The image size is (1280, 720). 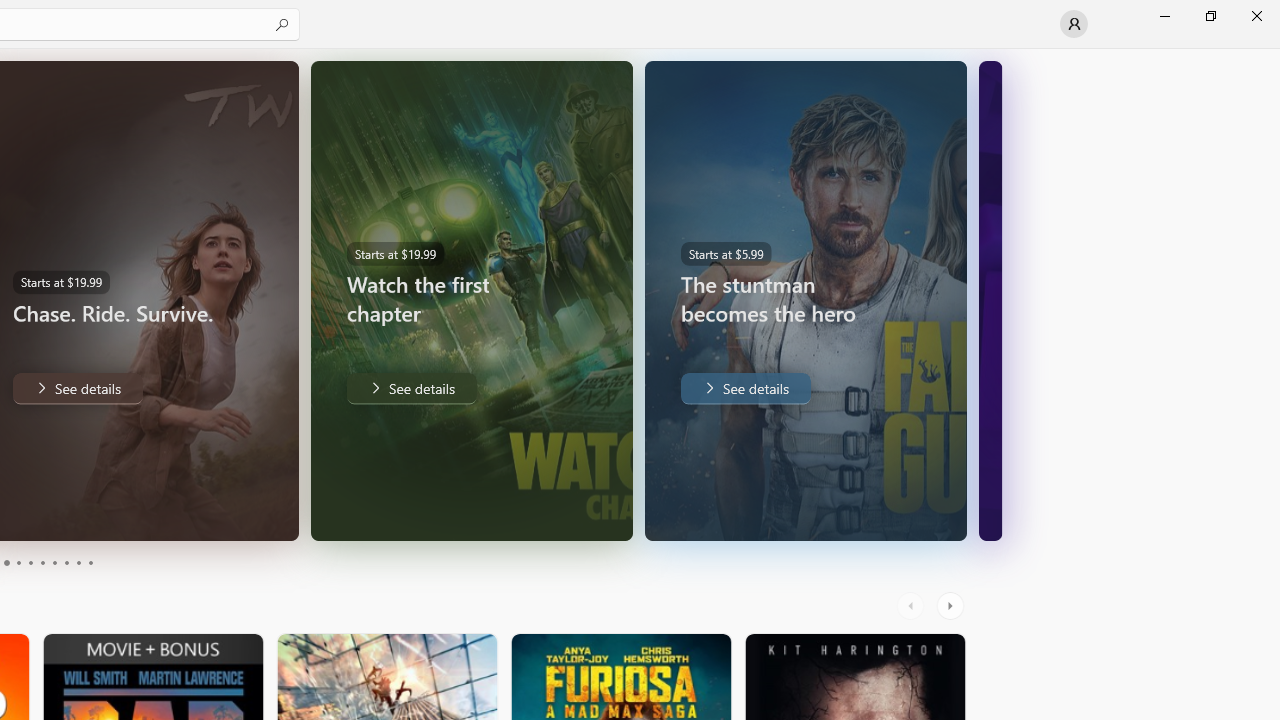 What do you see at coordinates (42, 563) in the screenshot?
I see `'Page 6'` at bounding box center [42, 563].